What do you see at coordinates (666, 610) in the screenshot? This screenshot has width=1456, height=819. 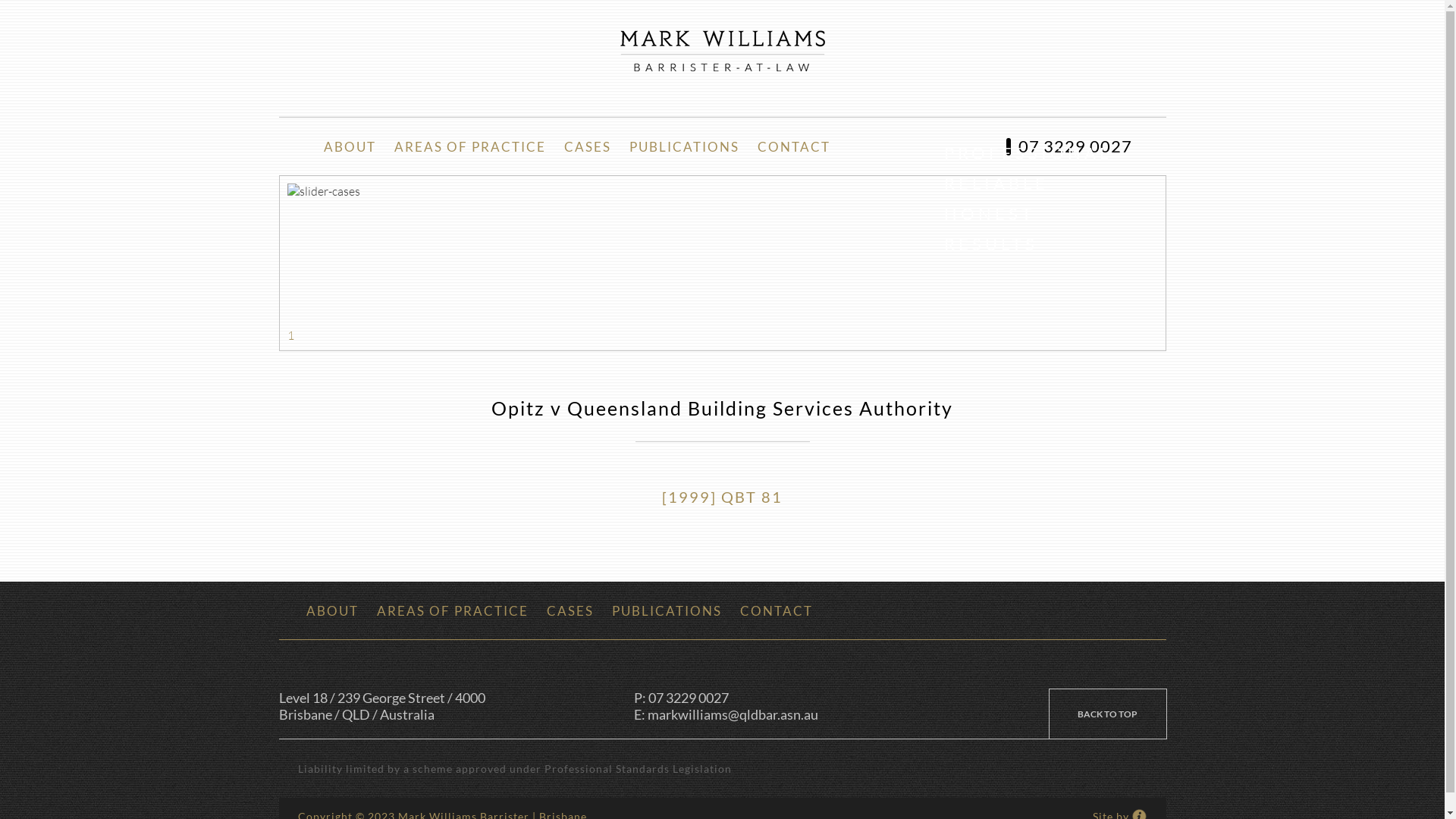 I see `'PUBLICATIONS'` at bounding box center [666, 610].